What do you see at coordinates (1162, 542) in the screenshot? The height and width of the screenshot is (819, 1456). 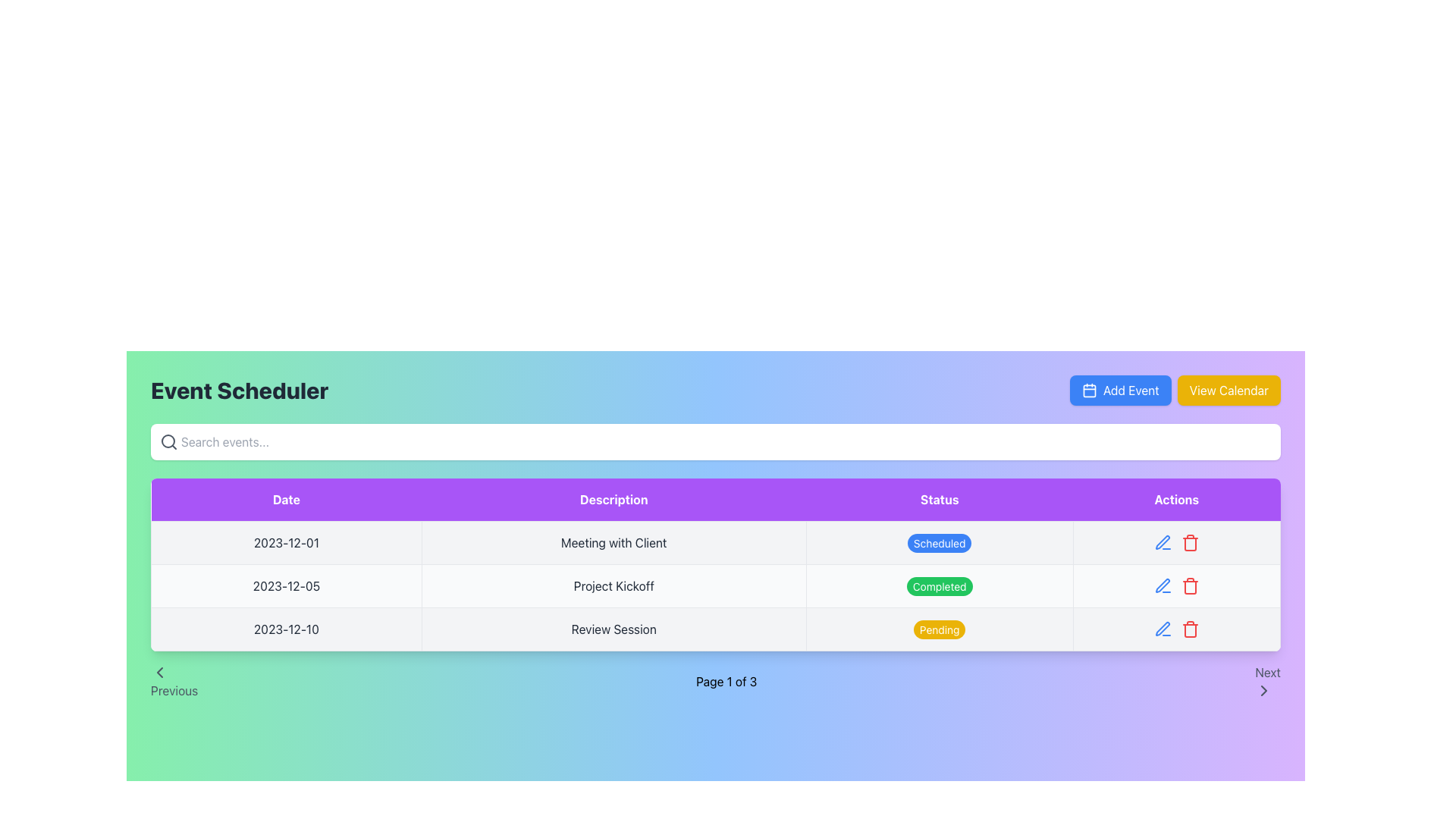 I see `the blue pen-shaped icon with a stroke through it located in the 'Actions' column of the third row of the table` at bounding box center [1162, 542].